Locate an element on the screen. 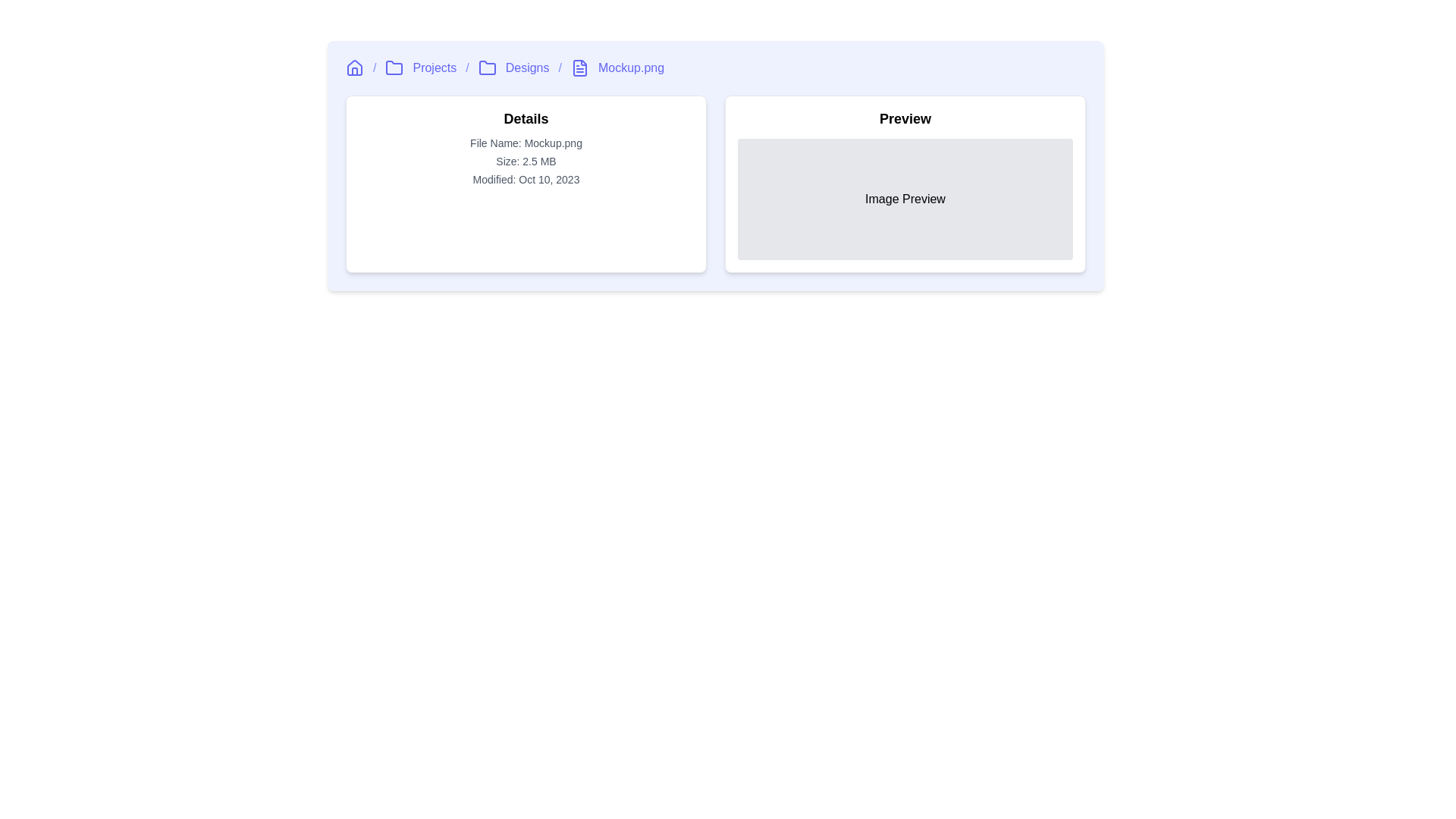  the 'Projects' text label in the breadcrumb navigation bar, which is styled in medium weight indigo-colored font and positioned between two '/' separators is located at coordinates (434, 67).